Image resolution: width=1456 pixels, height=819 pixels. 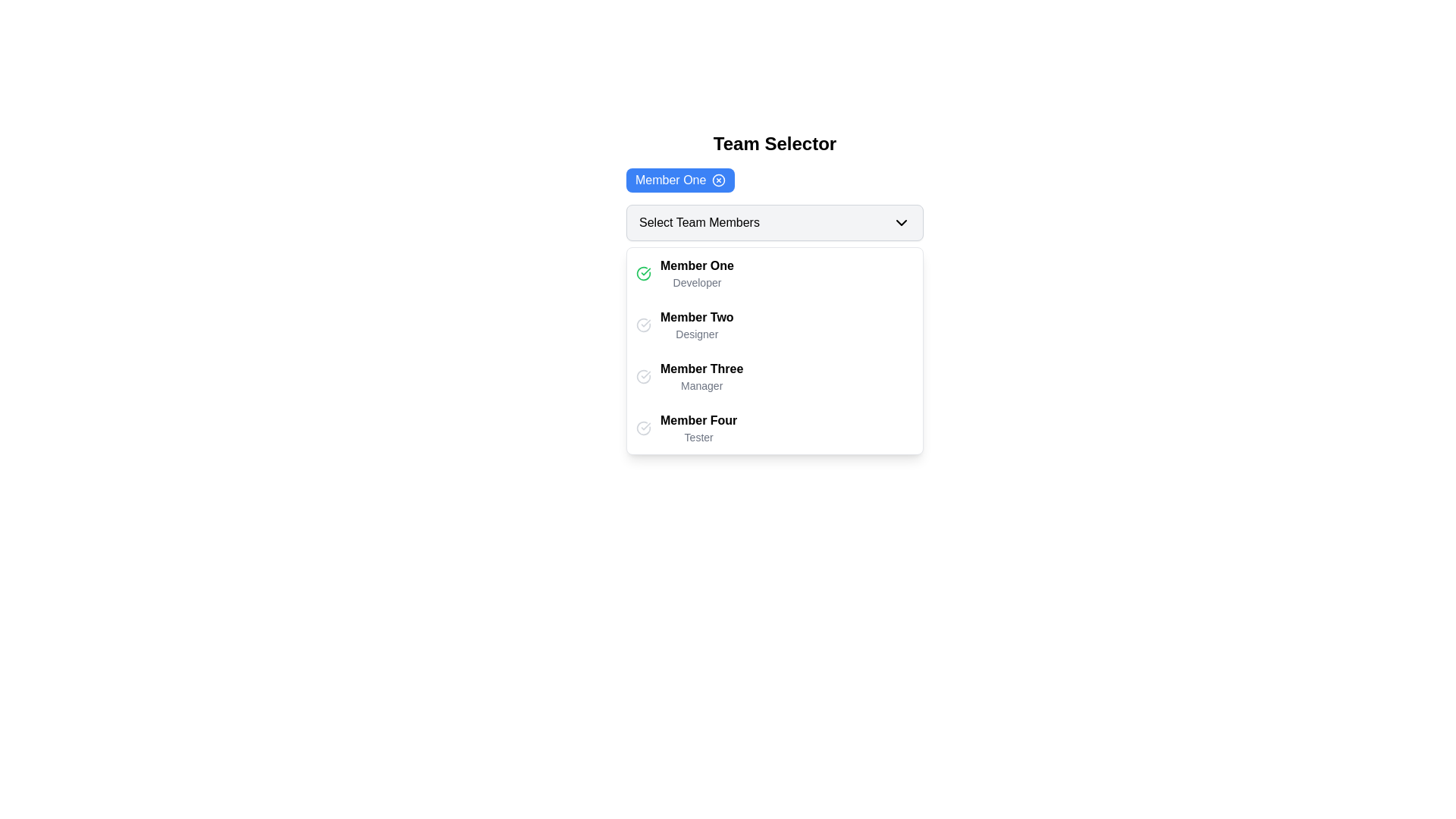 I want to click on the blue circular icon button with a white 'X' symbol, so click(x=718, y=180).